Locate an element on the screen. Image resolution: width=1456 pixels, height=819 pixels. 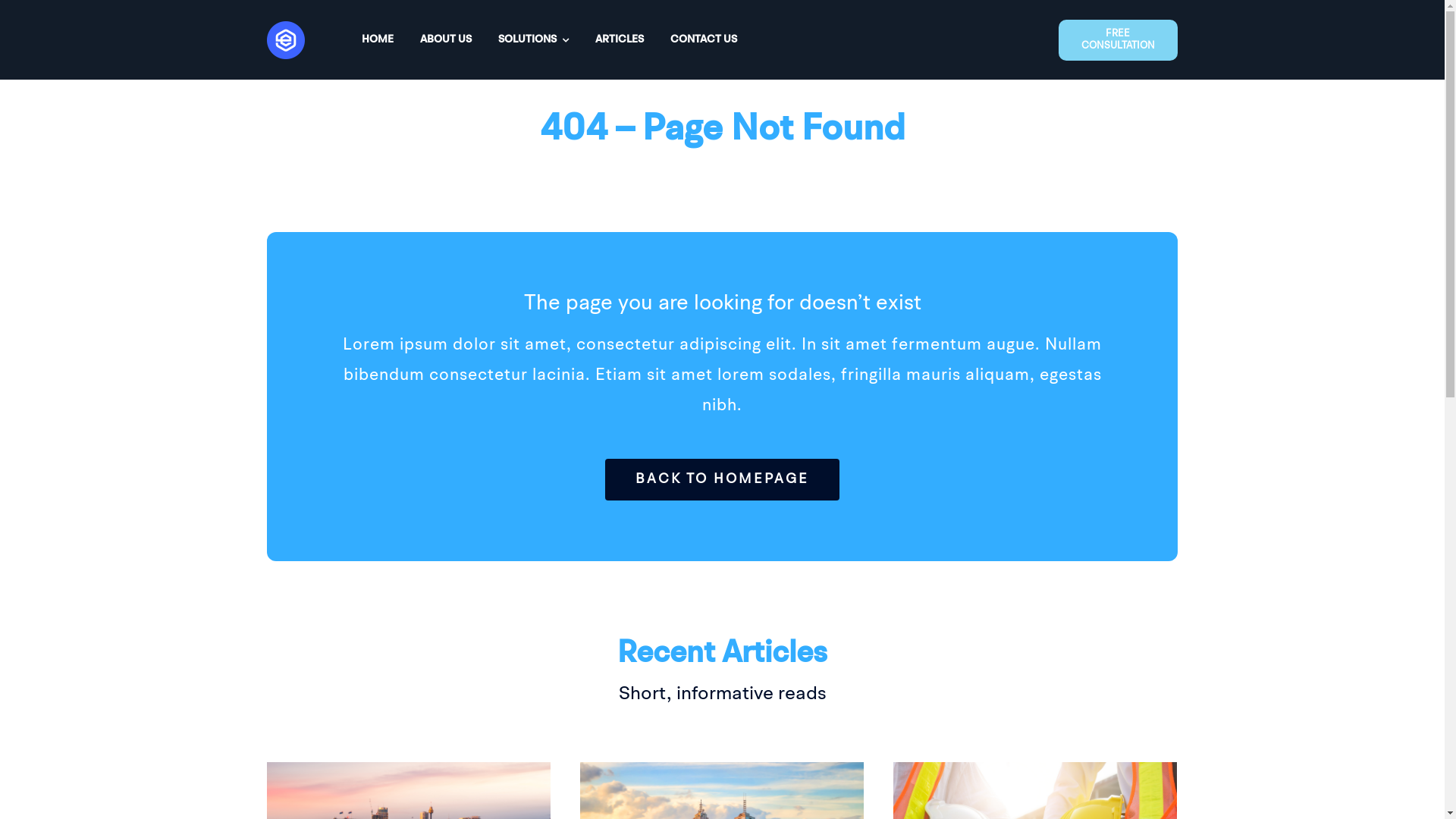
'FREE CONSULTATION' is located at coordinates (1118, 39).